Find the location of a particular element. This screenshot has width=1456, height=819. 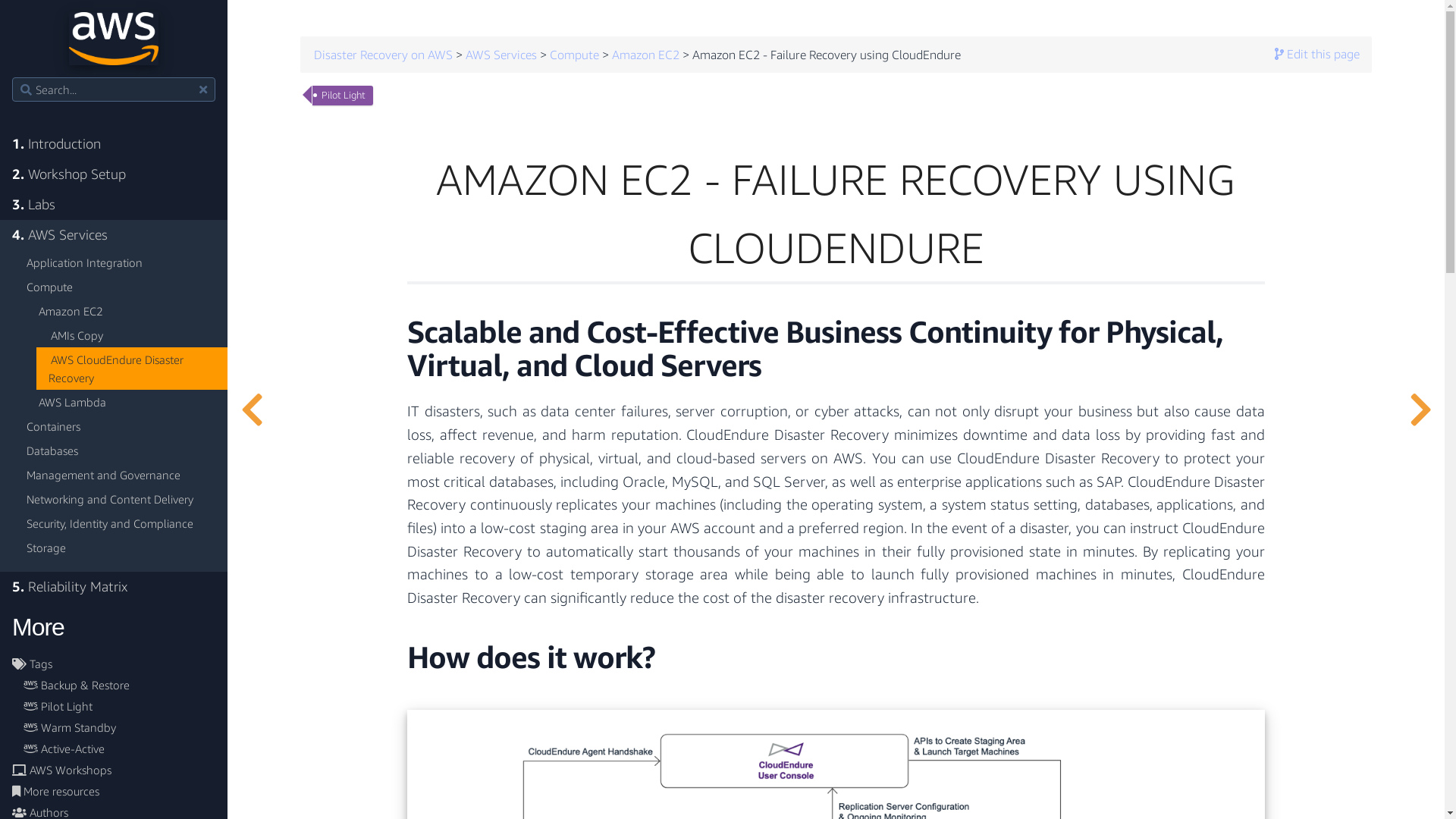

'Containers' is located at coordinates (119, 426).